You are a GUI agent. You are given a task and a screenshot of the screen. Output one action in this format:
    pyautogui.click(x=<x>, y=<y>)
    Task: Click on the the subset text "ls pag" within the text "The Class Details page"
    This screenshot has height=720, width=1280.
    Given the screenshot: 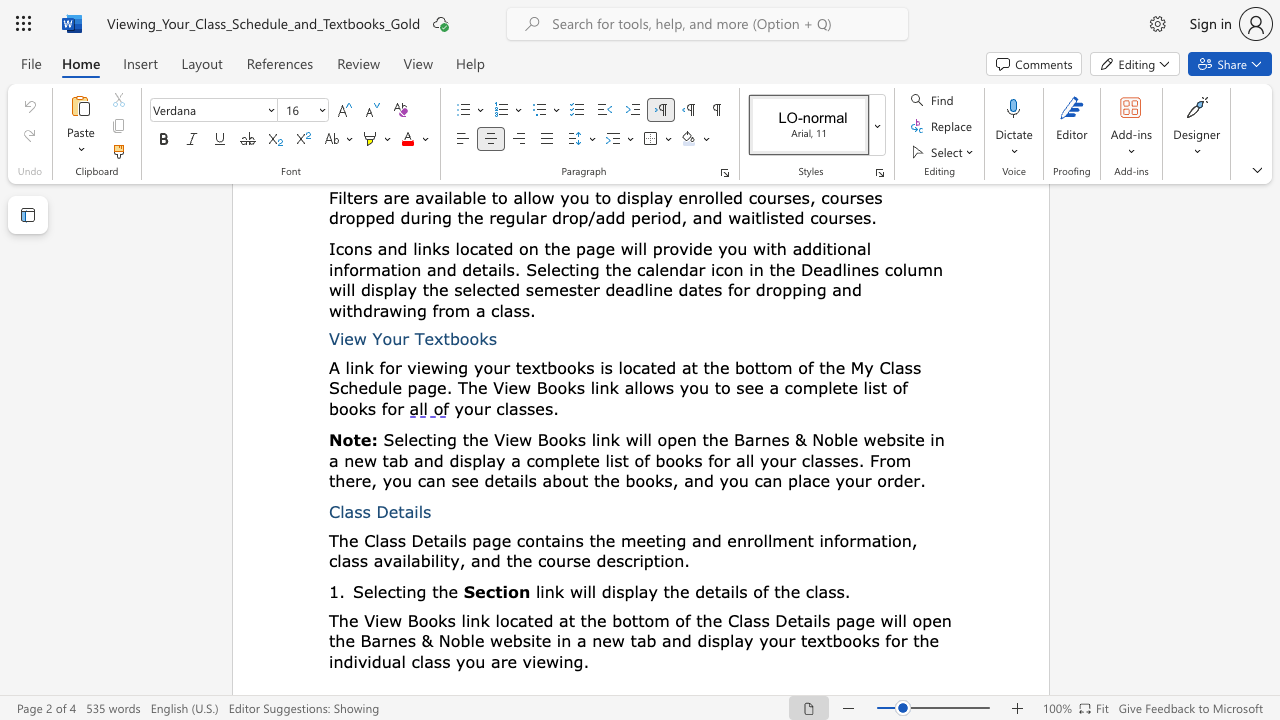 What is the action you would take?
    pyautogui.click(x=452, y=540)
    